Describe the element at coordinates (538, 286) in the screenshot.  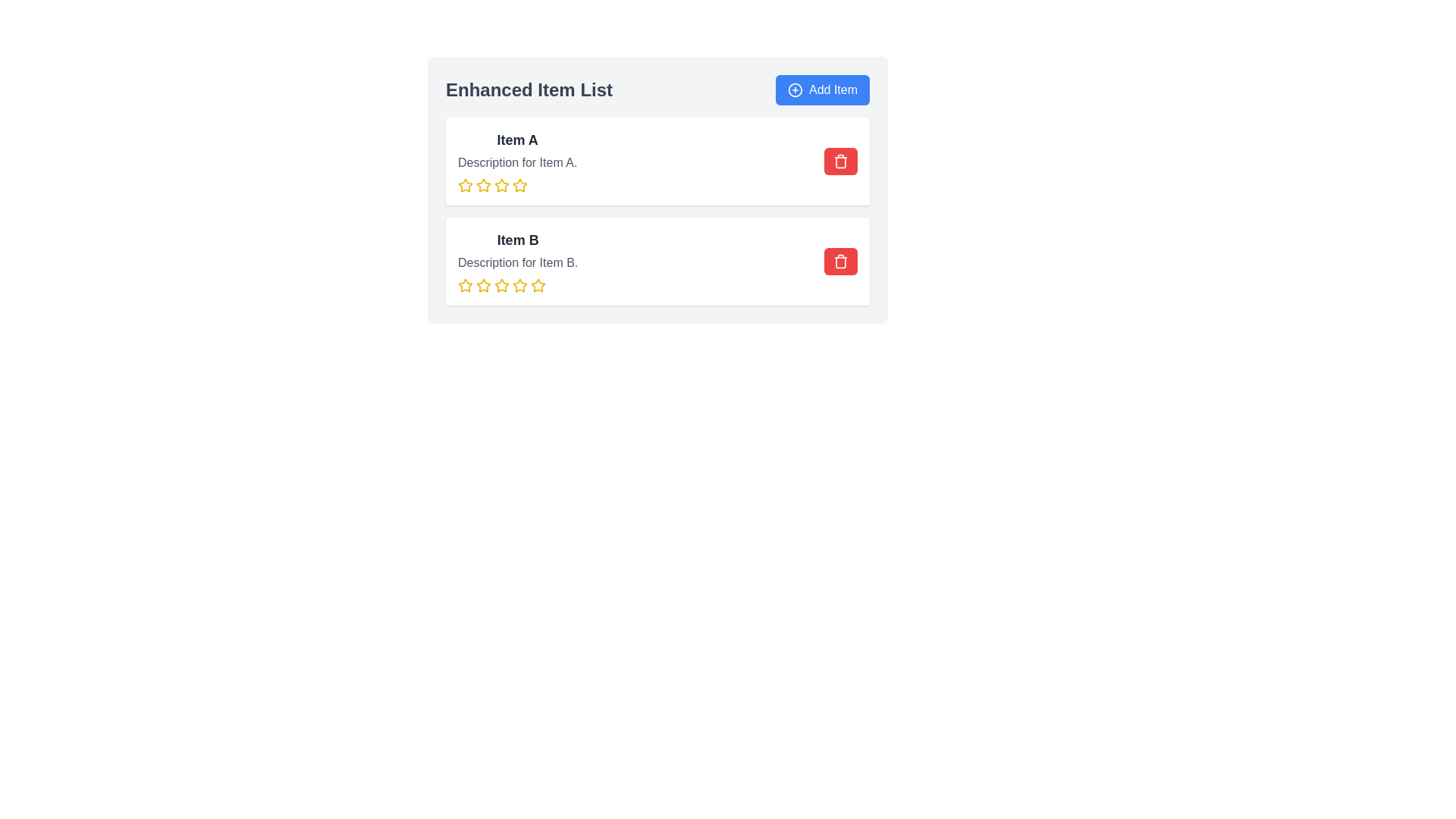
I see `the fifth star icon in the rating control for 'Item B'` at that location.